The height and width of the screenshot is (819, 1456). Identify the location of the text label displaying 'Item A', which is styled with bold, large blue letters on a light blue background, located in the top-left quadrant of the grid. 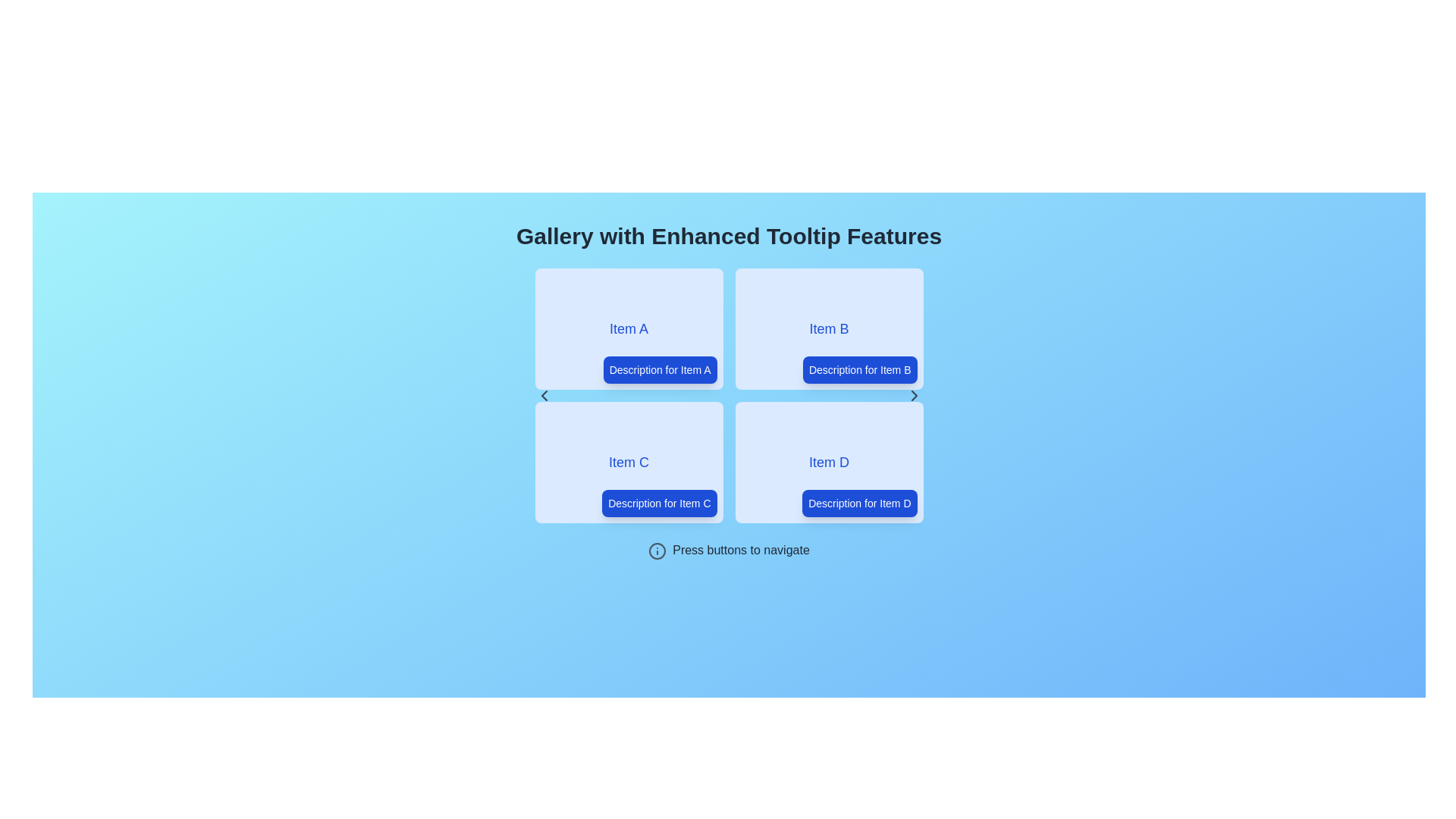
(629, 328).